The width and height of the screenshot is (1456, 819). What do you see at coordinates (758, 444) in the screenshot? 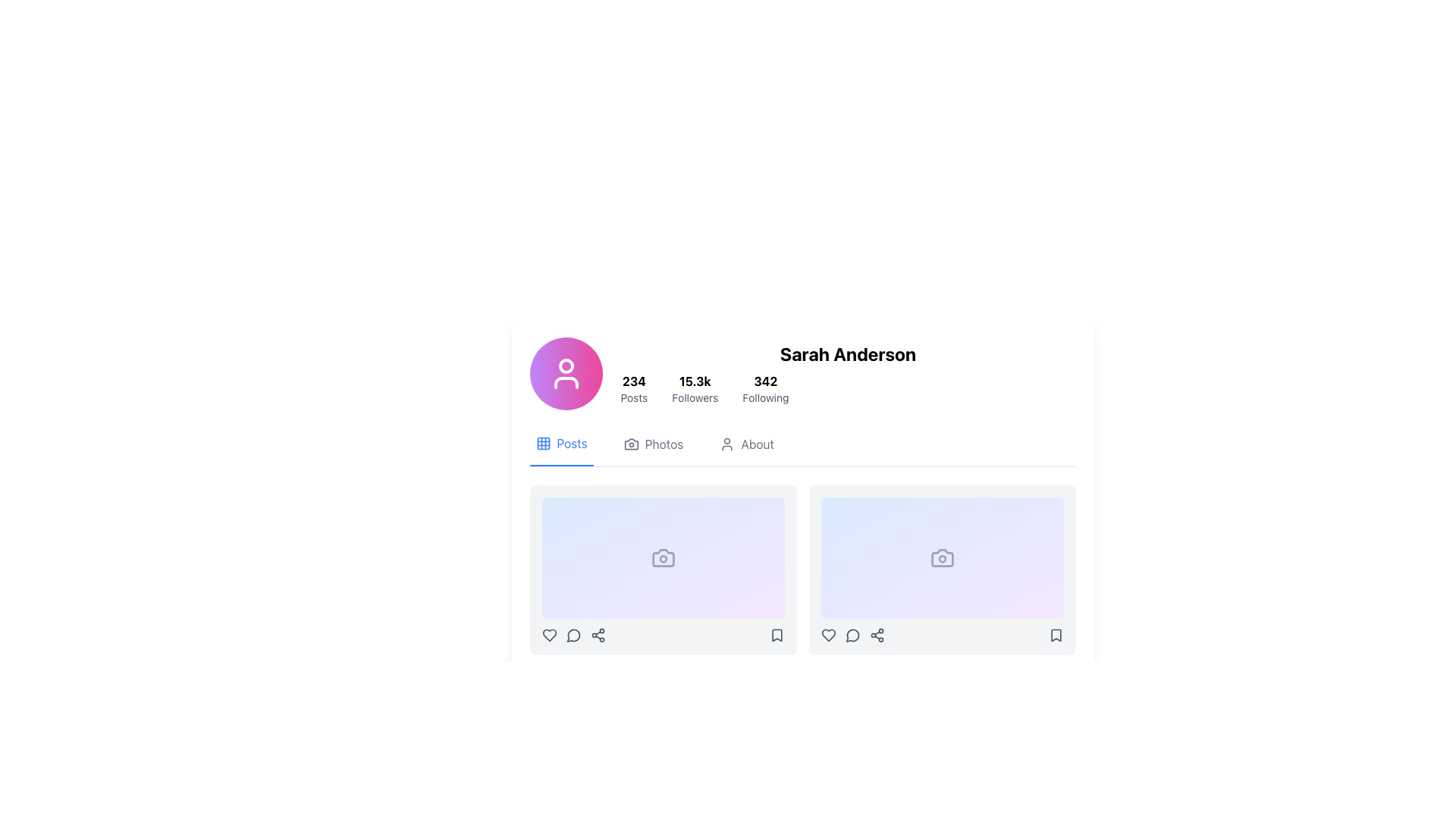
I see `the navigation link or label that directs users to more information about the user or profile, located as the fourth item in a horizontal row of options below the user profile header` at bounding box center [758, 444].